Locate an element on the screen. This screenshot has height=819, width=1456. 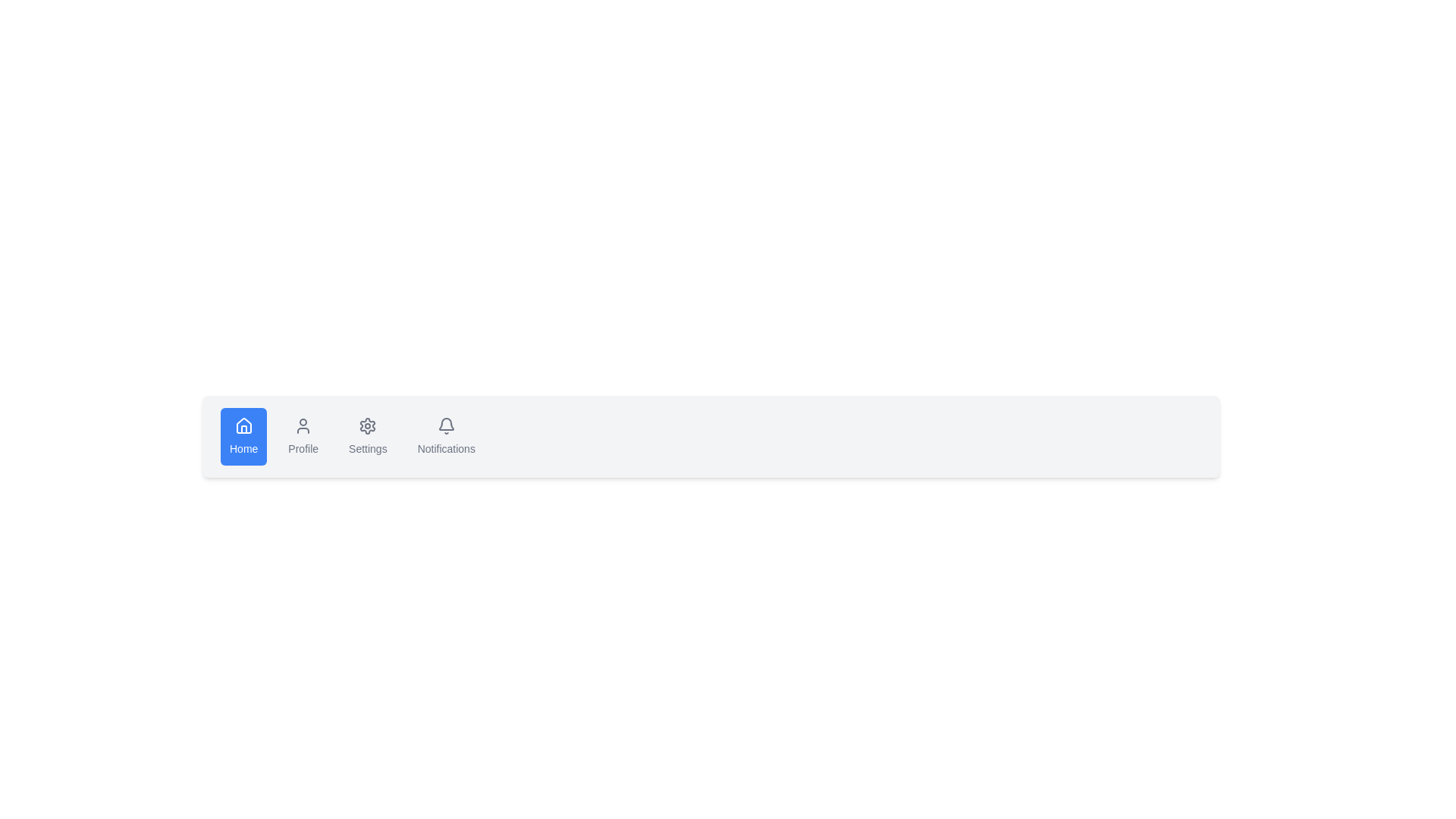
the house-shaped icon located at the top center of the 'Home' section is located at coordinates (243, 426).